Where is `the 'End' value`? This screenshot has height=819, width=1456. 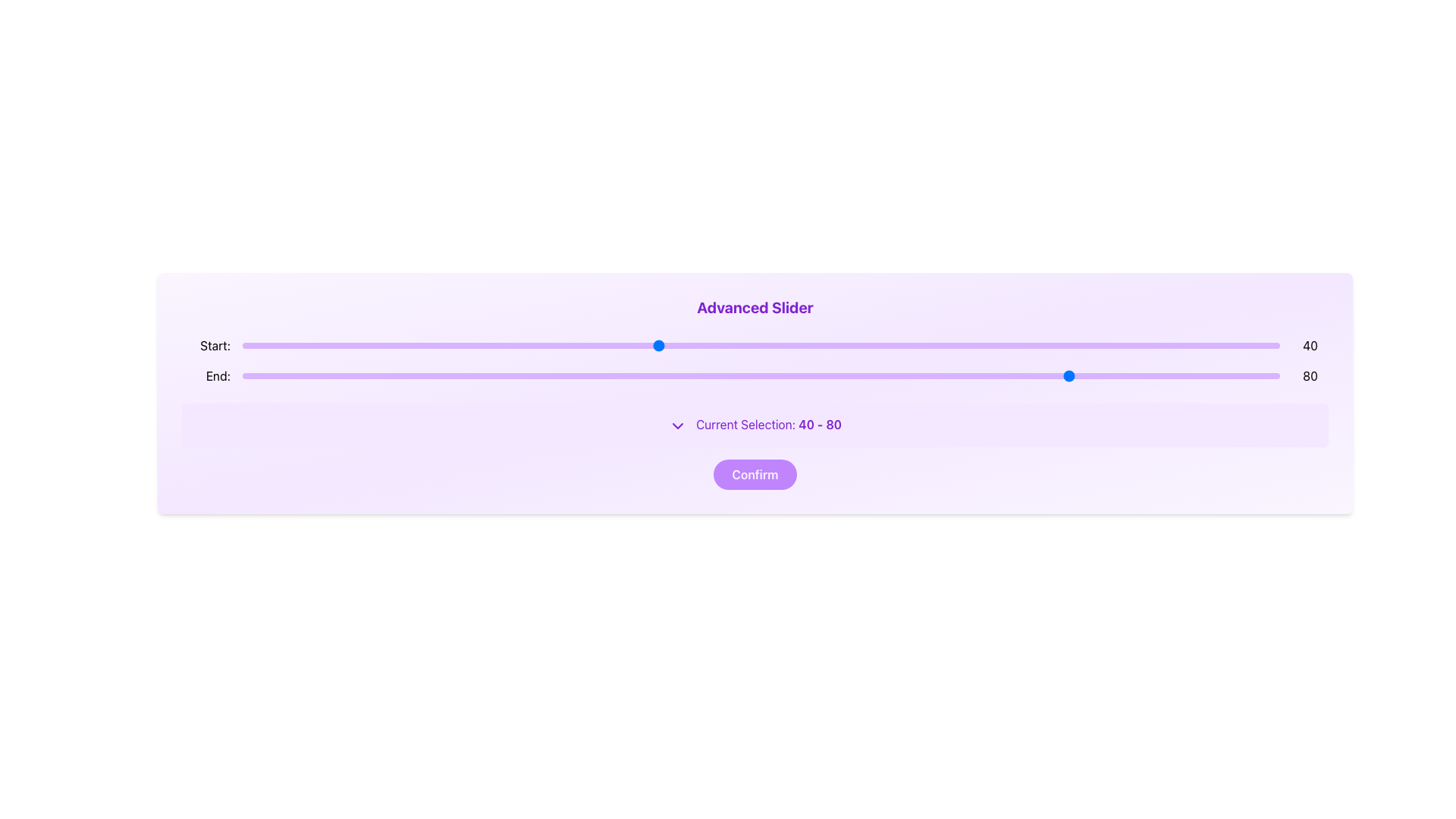
the 'End' value is located at coordinates (875, 375).